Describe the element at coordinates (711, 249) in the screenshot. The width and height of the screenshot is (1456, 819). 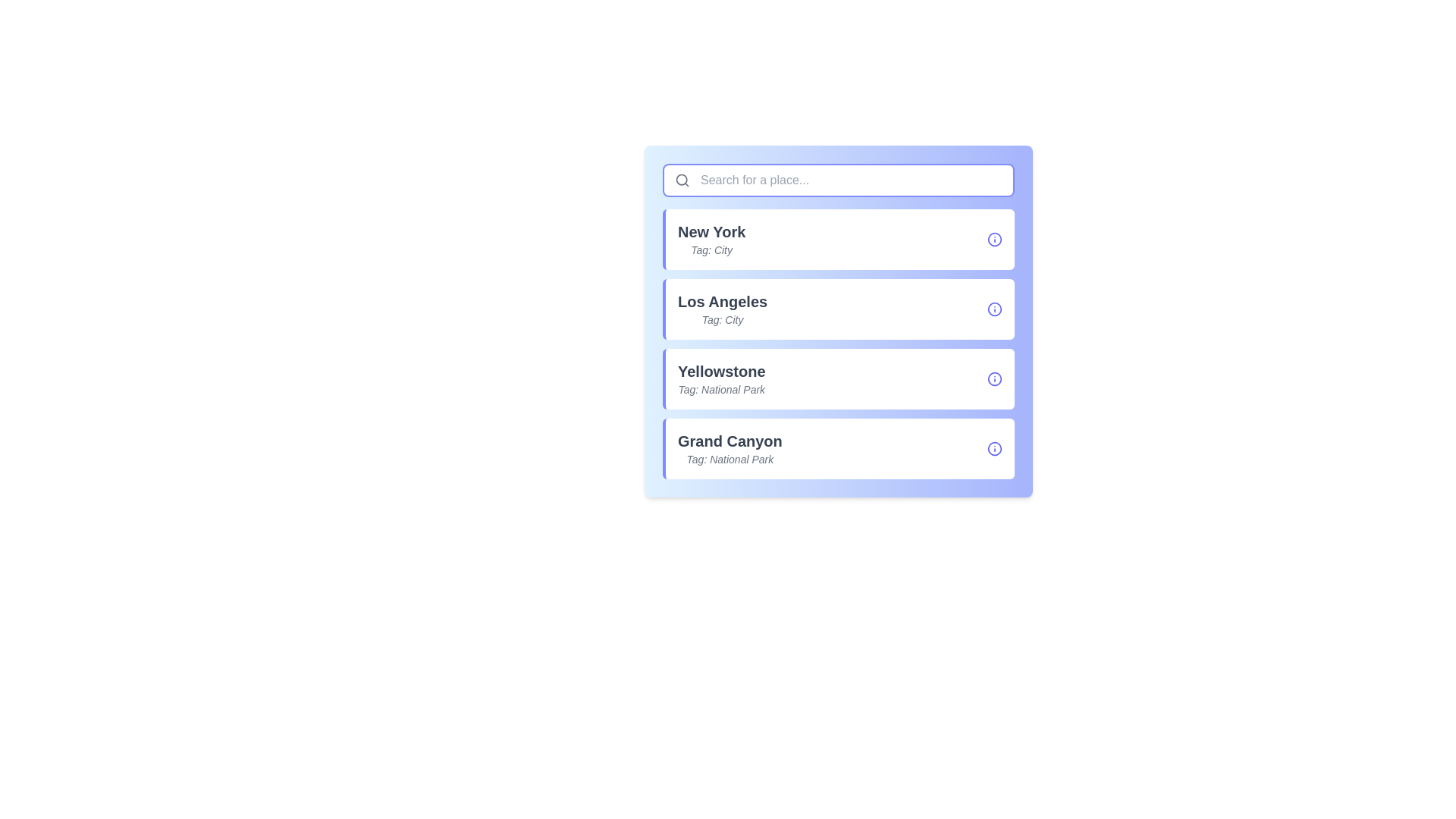
I see `the text label indicating the category or type of the associated location 'New York', which is located directly below the bold text 'New York' within a list item` at that location.